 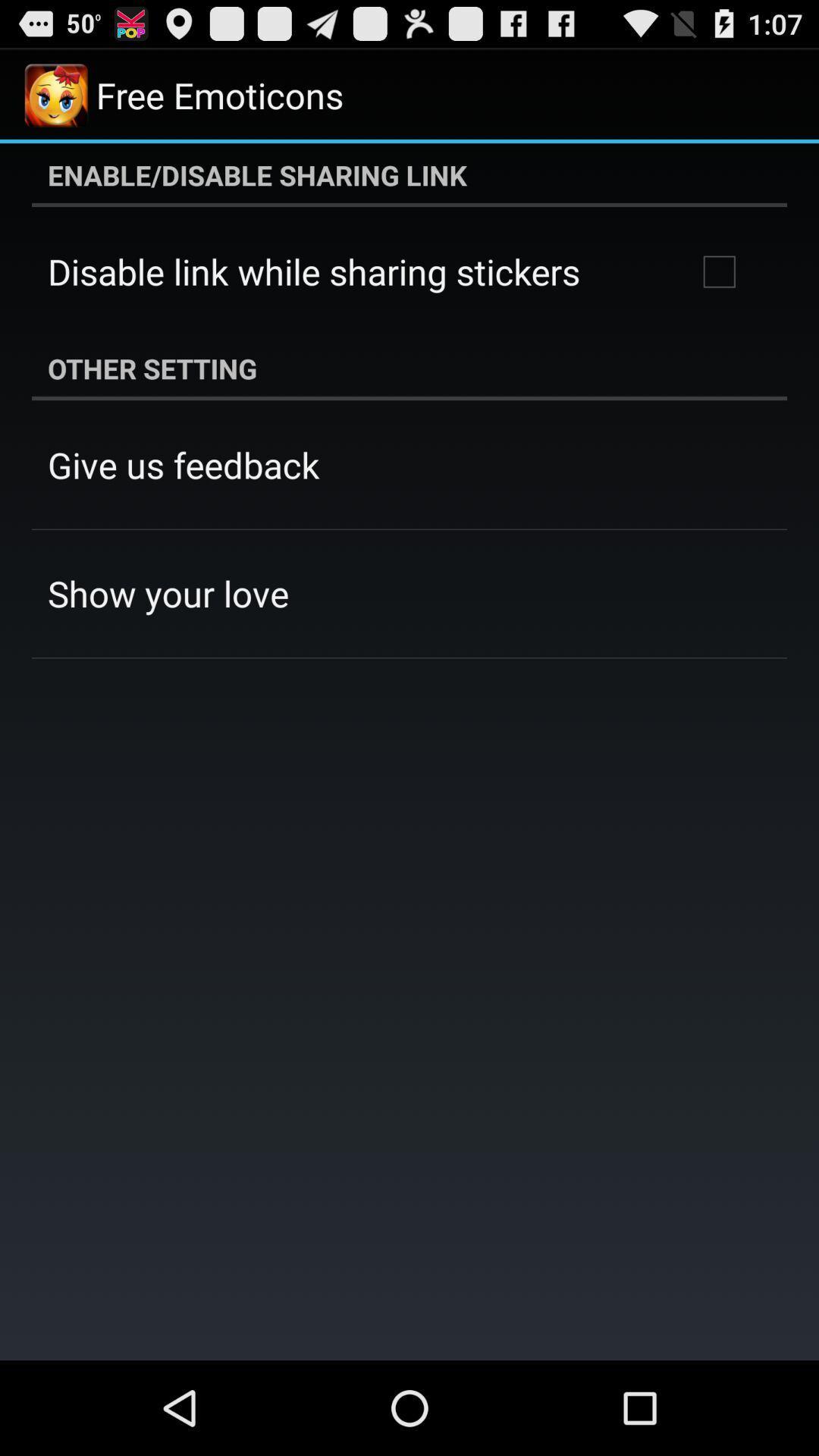 I want to click on enable disable sharing icon, so click(x=409, y=174).